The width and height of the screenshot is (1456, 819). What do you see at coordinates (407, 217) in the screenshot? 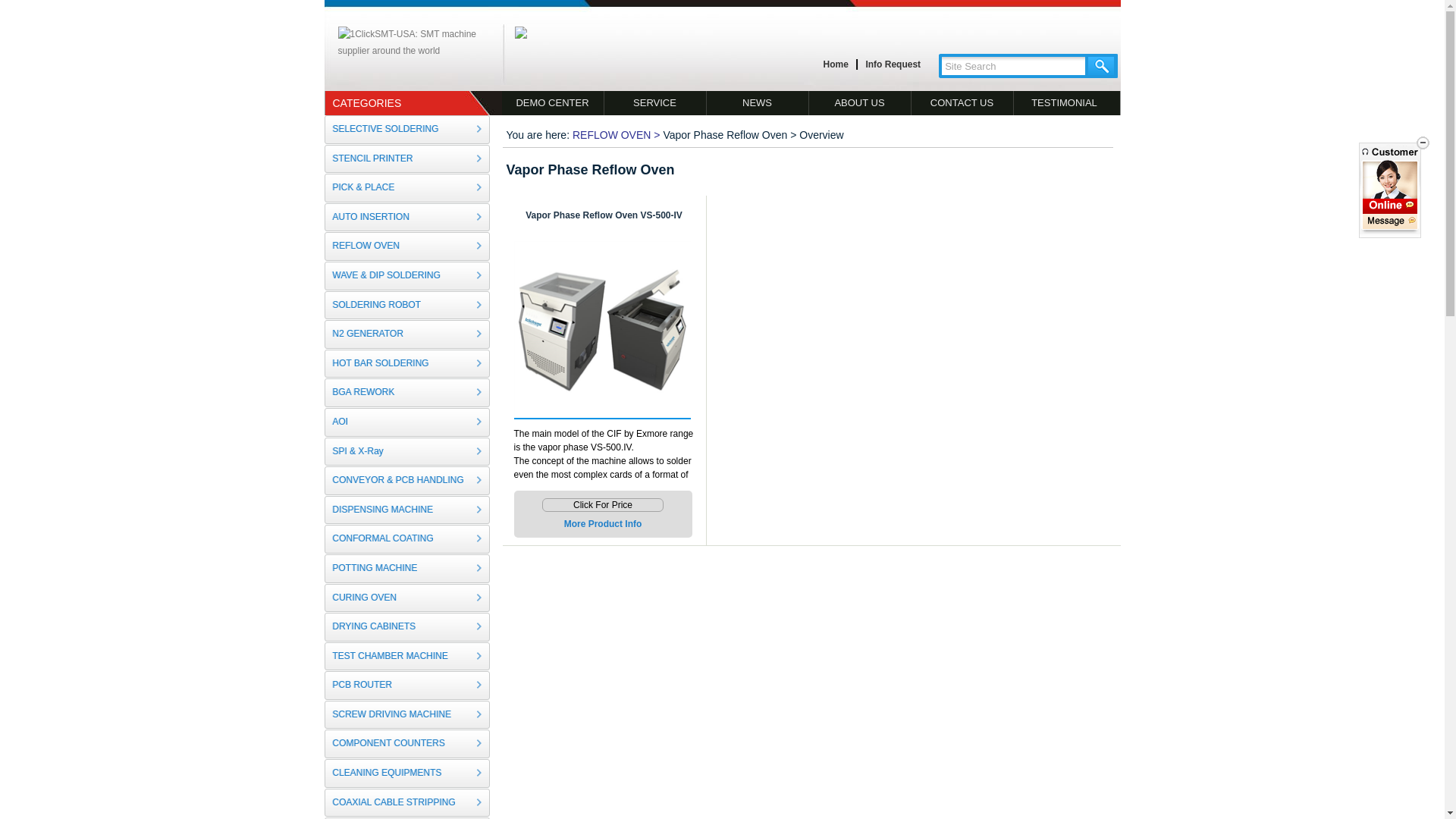
I see `'AUTO INSERTION'` at bounding box center [407, 217].